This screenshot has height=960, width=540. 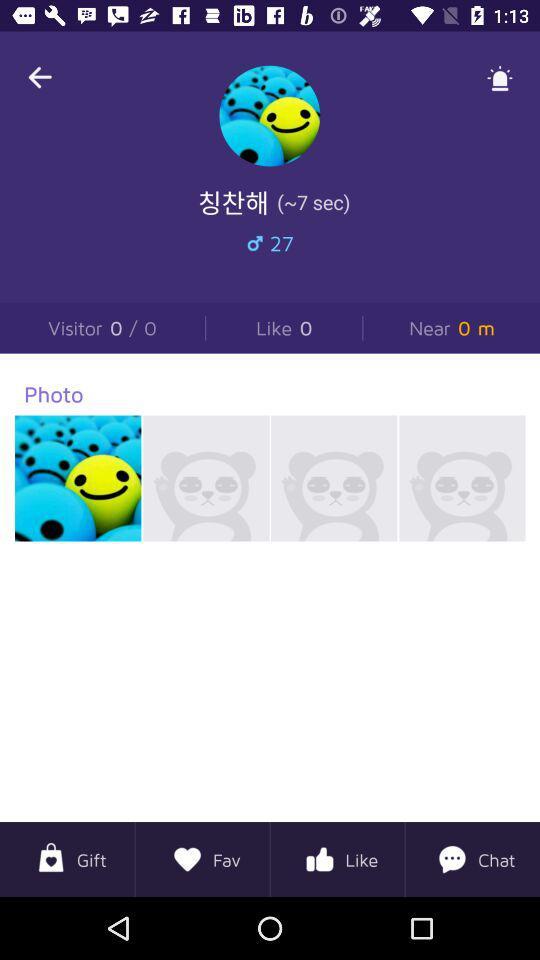 What do you see at coordinates (40, 77) in the screenshot?
I see `the top left arrow which is in blue background` at bounding box center [40, 77].